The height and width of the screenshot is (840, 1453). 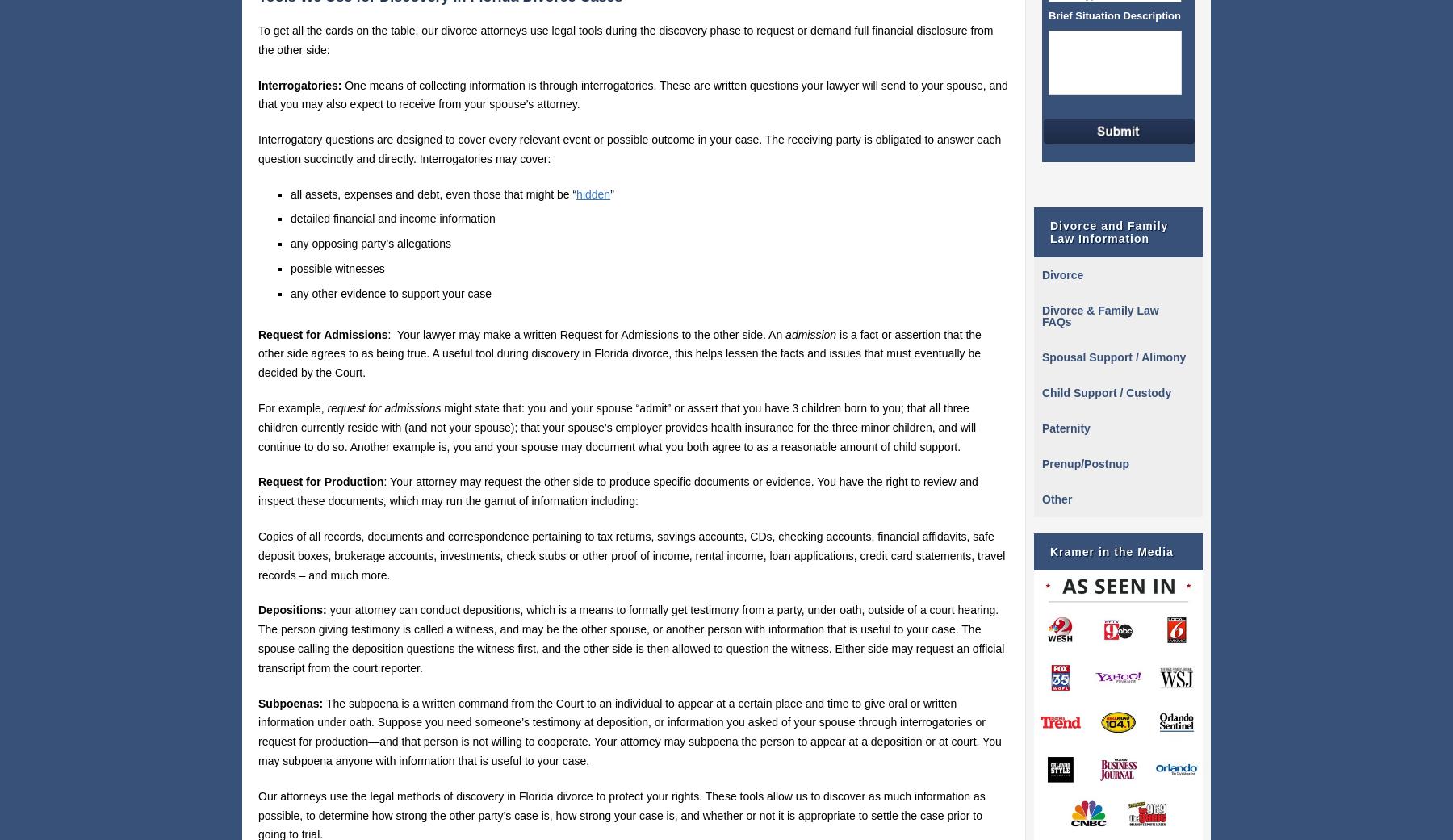 What do you see at coordinates (1085, 464) in the screenshot?
I see `'Prenup/Postnup'` at bounding box center [1085, 464].